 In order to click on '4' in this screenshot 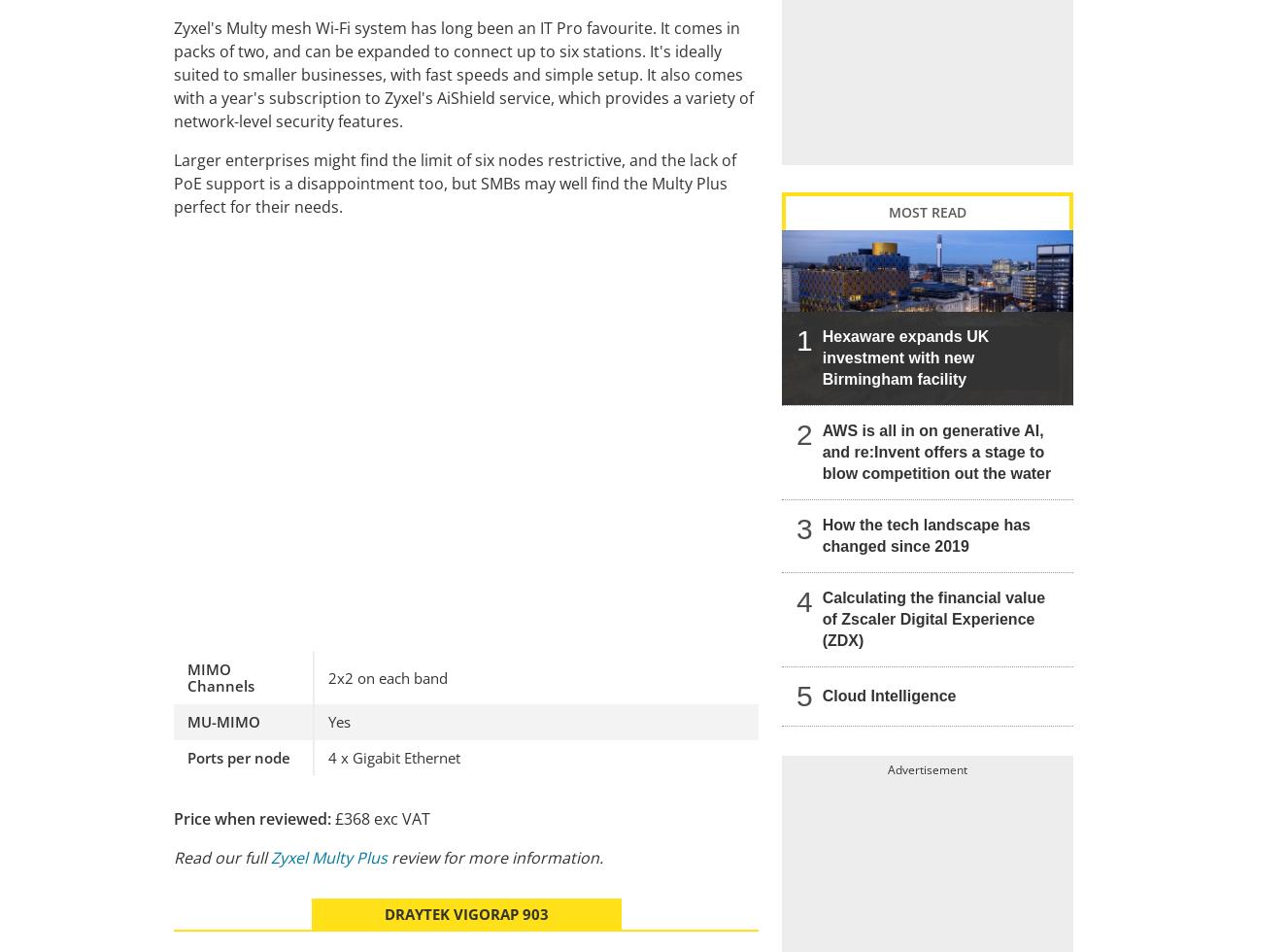, I will do `click(803, 600)`.